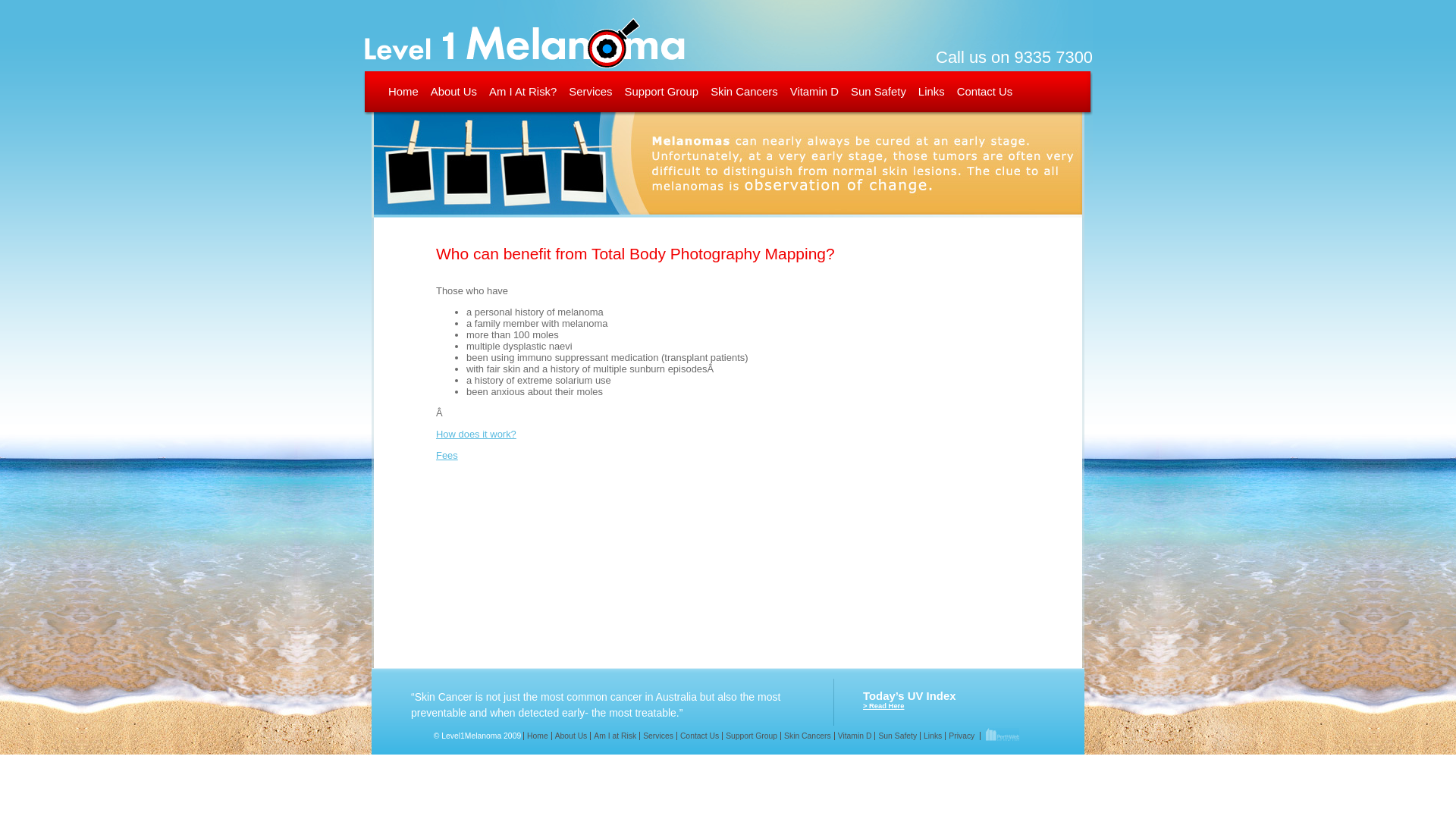  I want to click on 'Home', so click(537, 735).